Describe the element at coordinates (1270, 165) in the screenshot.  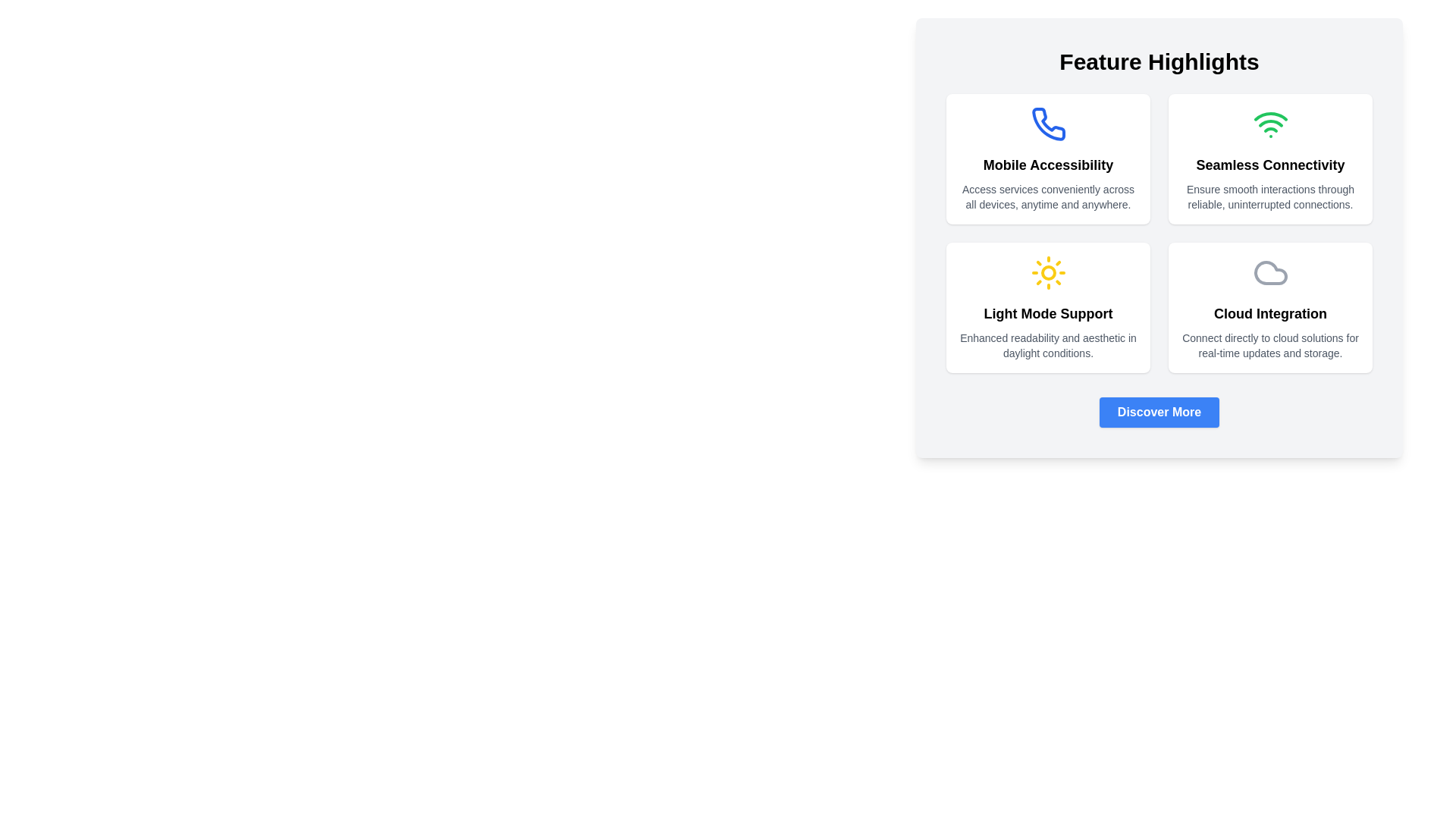
I see `the text label reading 'Seamless Connectivity', which is styled with bold and larger font, located in the top-right cell of the grid under 'Feature Highlights'` at that location.